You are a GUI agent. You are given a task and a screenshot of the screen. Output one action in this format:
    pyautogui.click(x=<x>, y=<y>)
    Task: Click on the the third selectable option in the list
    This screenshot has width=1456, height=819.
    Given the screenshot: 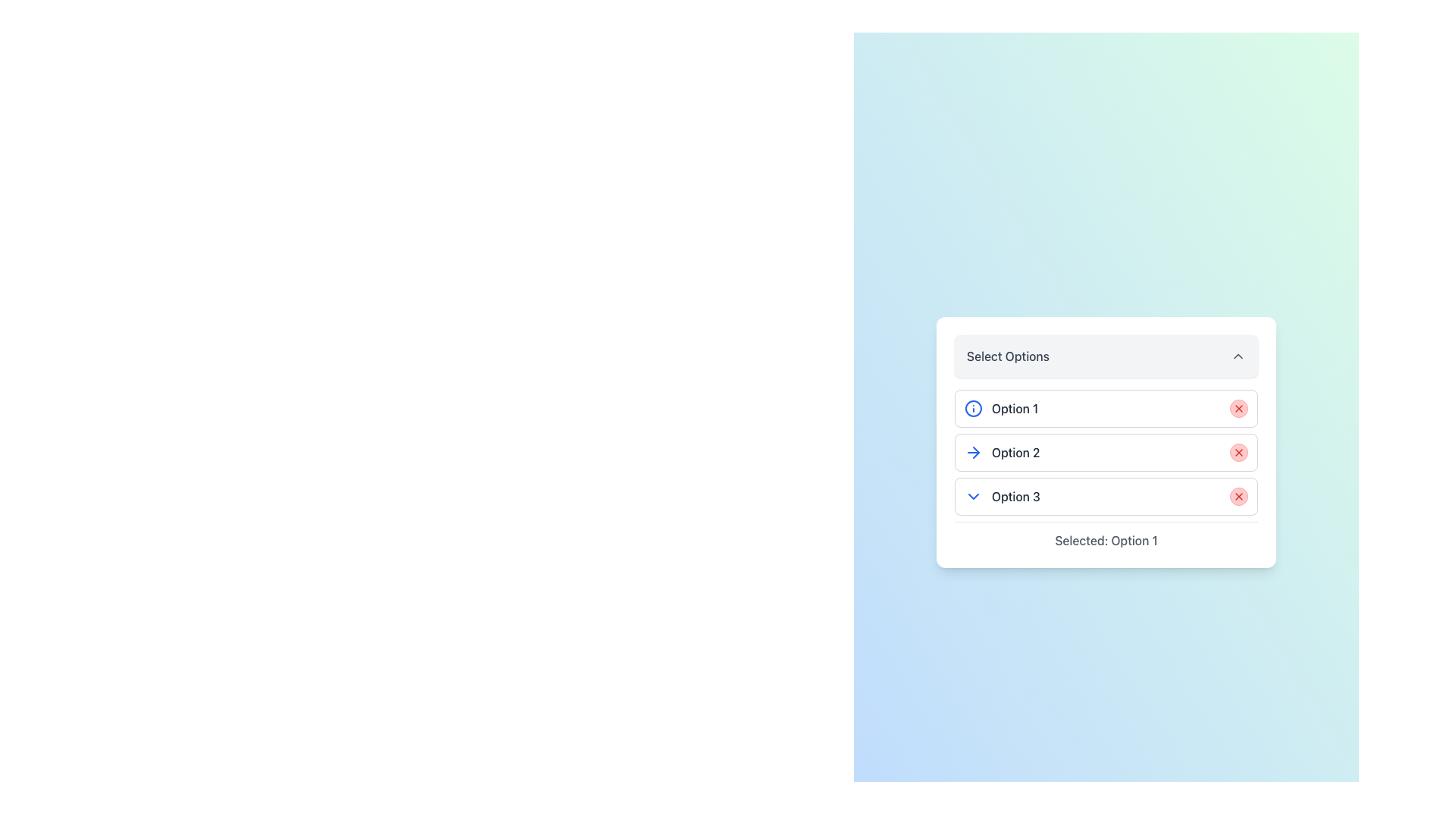 What is the action you would take?
    pyautogui.click(x=1106, y=496)
    